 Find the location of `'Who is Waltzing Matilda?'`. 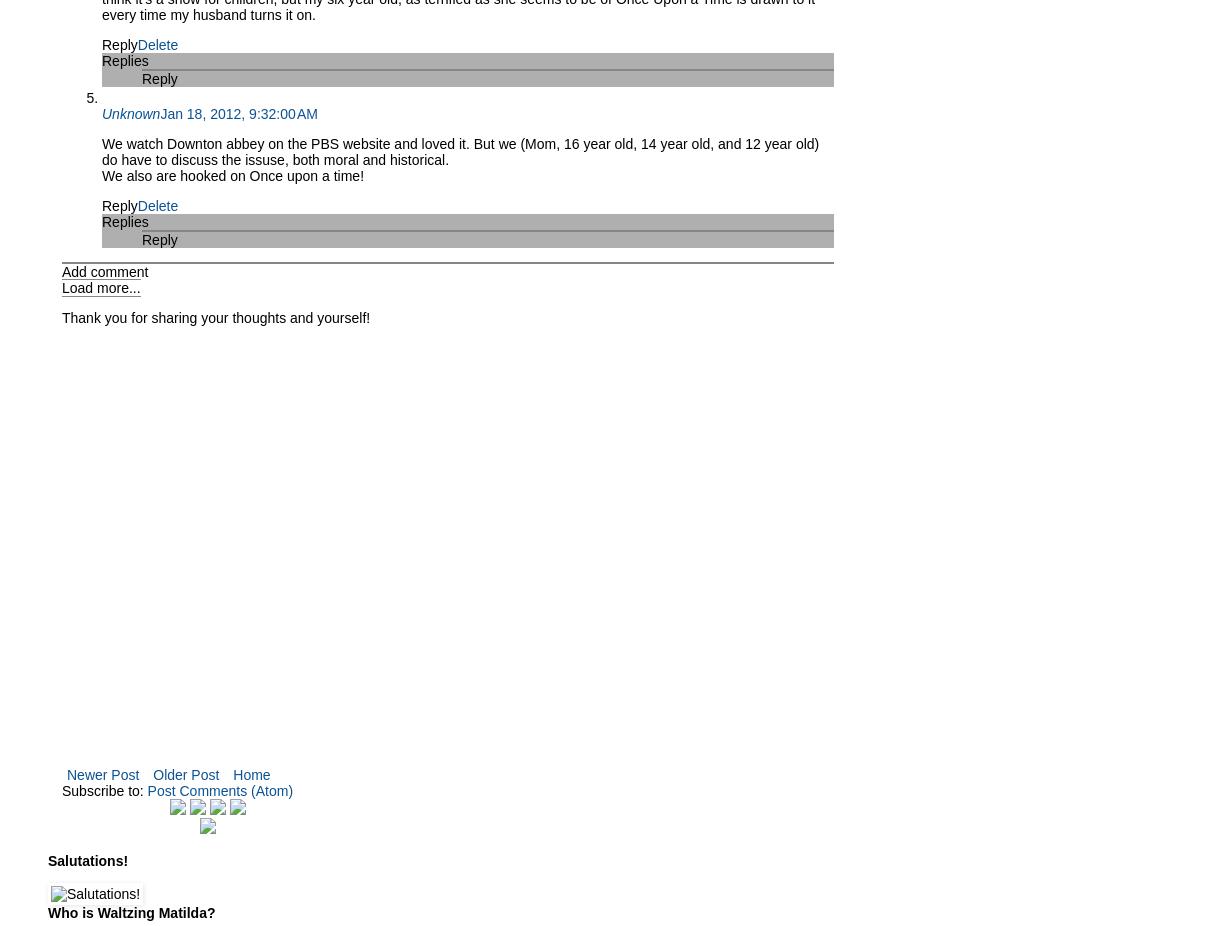

'Who is Waltzing Matilda?' is located at coordinates (130, 913).